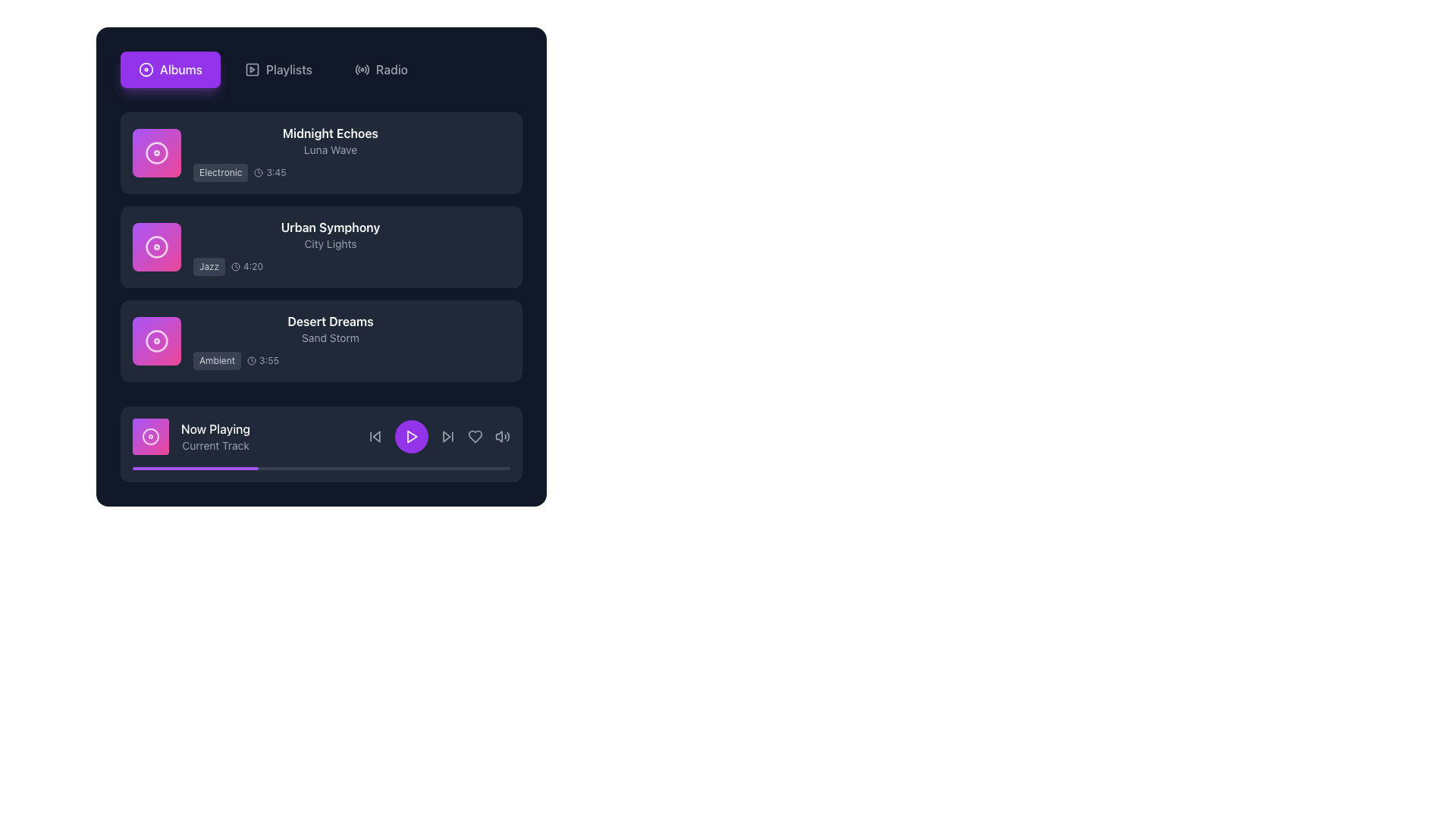 This screenshot has width=1456, height=819. I want to click on the progress bar value, so click(193, 467).